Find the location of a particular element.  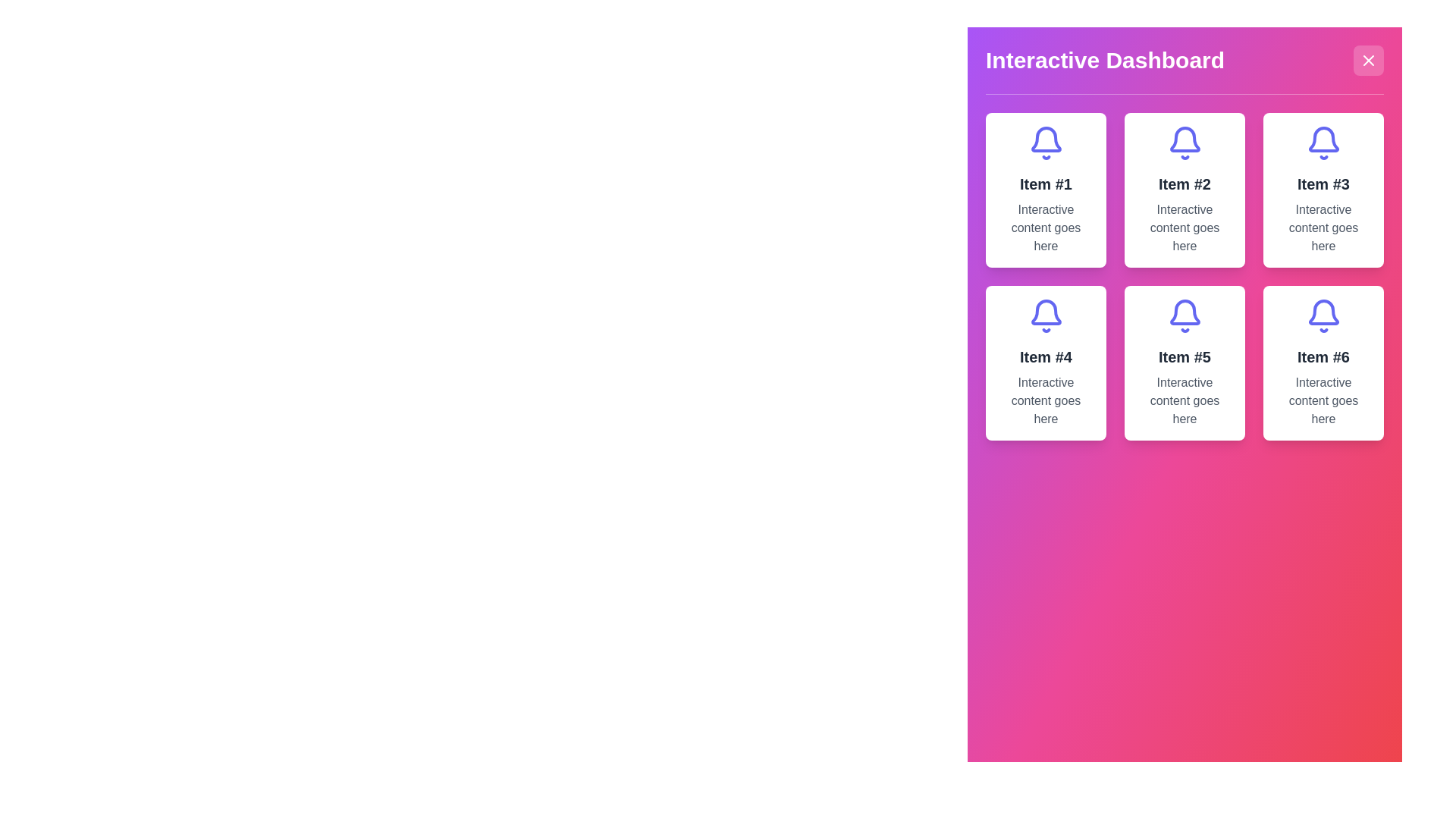

the text element displaying 'Item #5', which is styled in bold, large gray font and is located in the center column of the second item in the bottom row of a 3x2 grid layout is located at coordinates (1184, 356).